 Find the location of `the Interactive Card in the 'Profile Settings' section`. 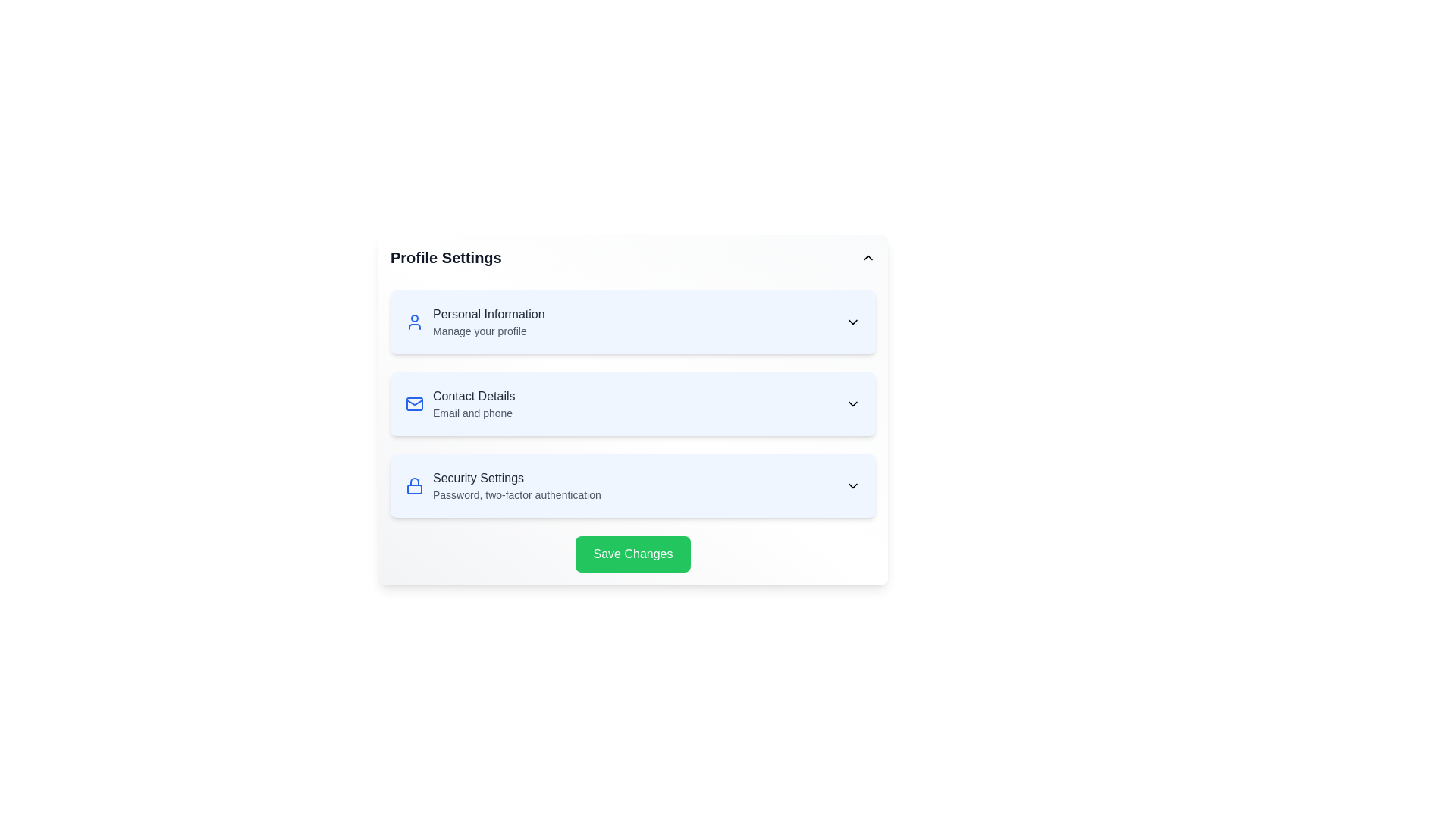

the Interactive Card in the 'Profile Settings' section is located at coordinates (633, 409).